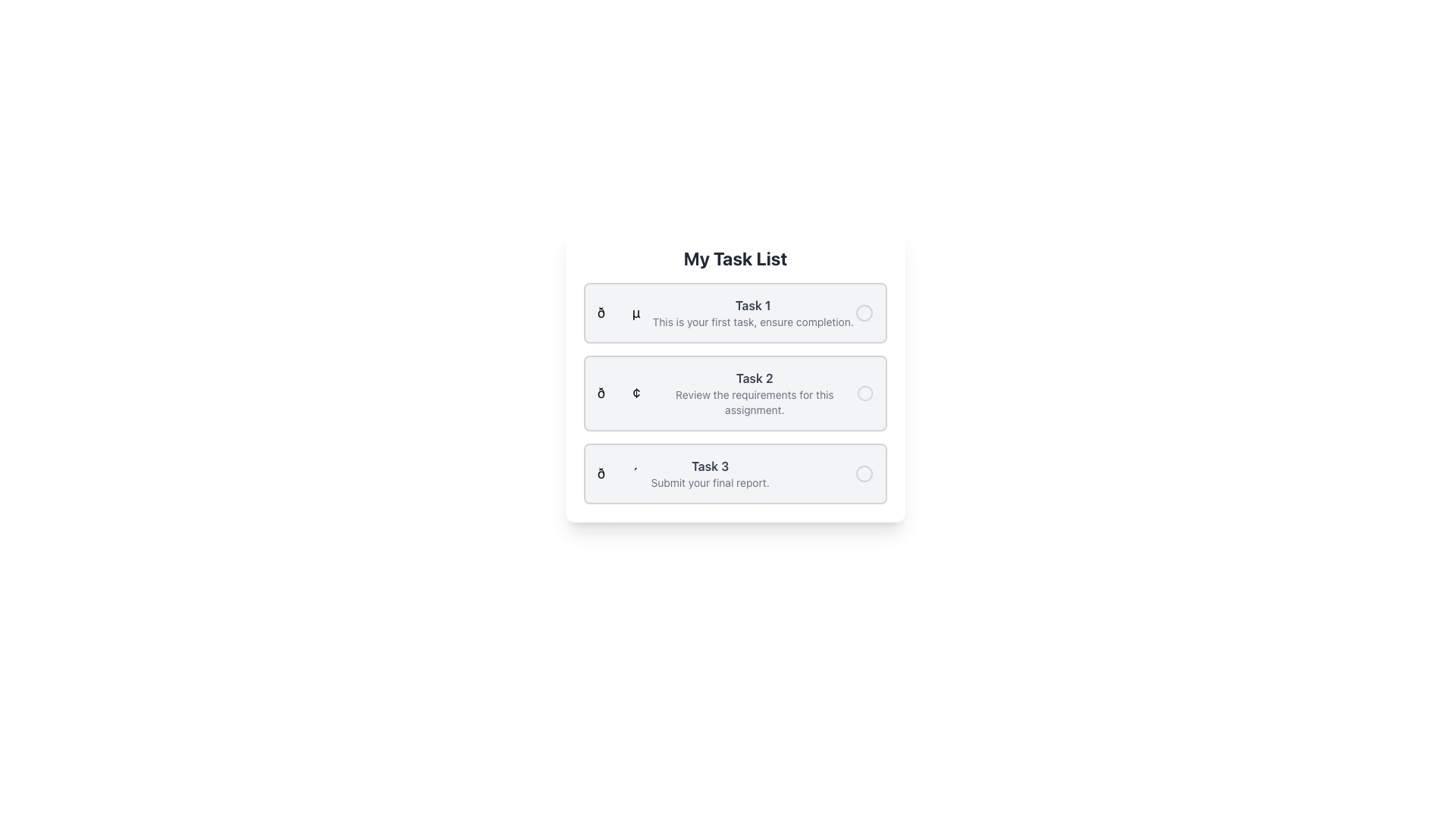 The width and height of the screenshot is (1456, 819). What do you see at coordinates (753, 305) in the screenshot?
I see `the text label that serves as the title for the first task in the list, positioned near the top left corner under 'My Task List'` at bounding box center [753, 305].